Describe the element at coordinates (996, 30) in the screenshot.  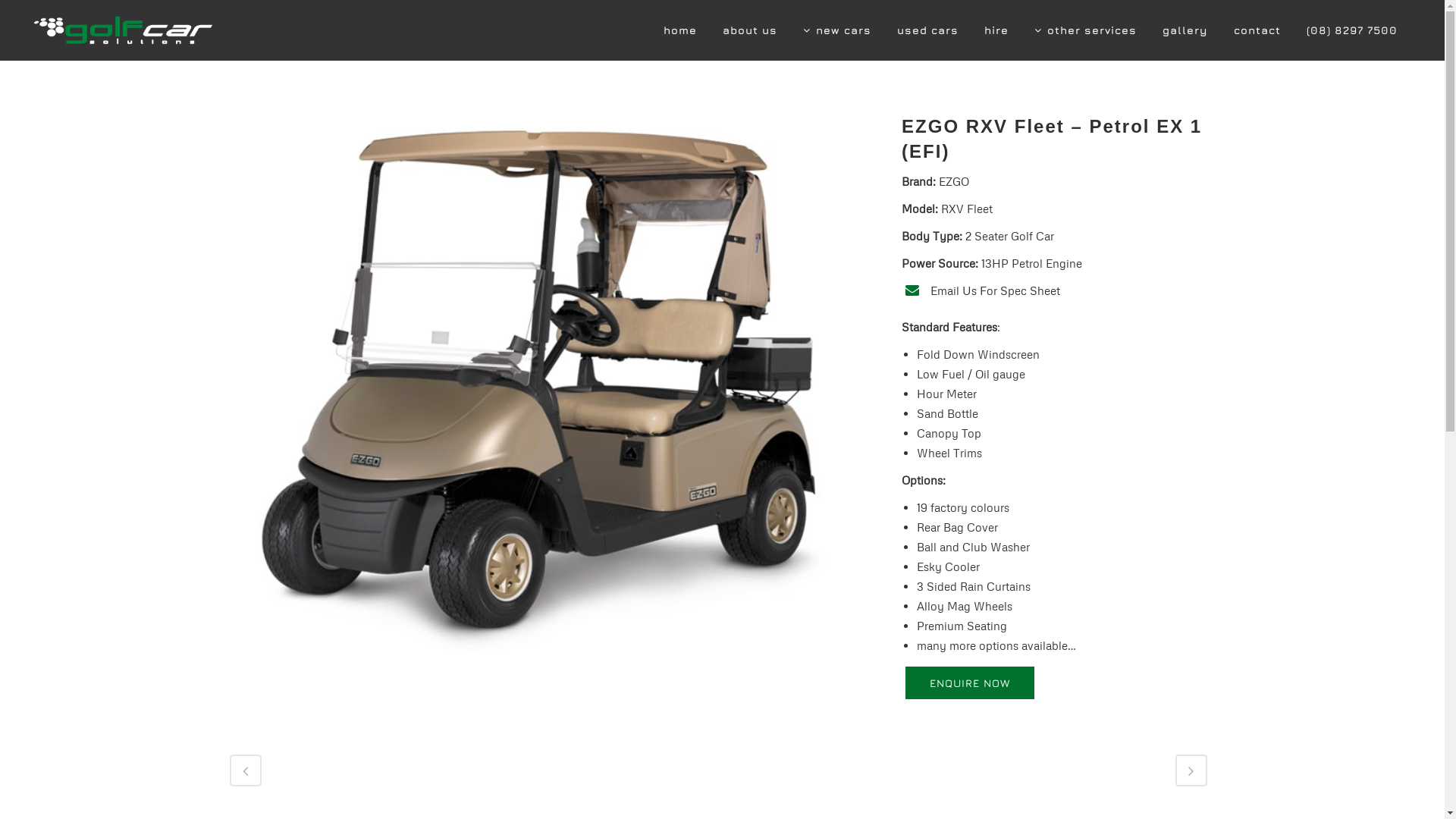
I see `'hire'` at that location.